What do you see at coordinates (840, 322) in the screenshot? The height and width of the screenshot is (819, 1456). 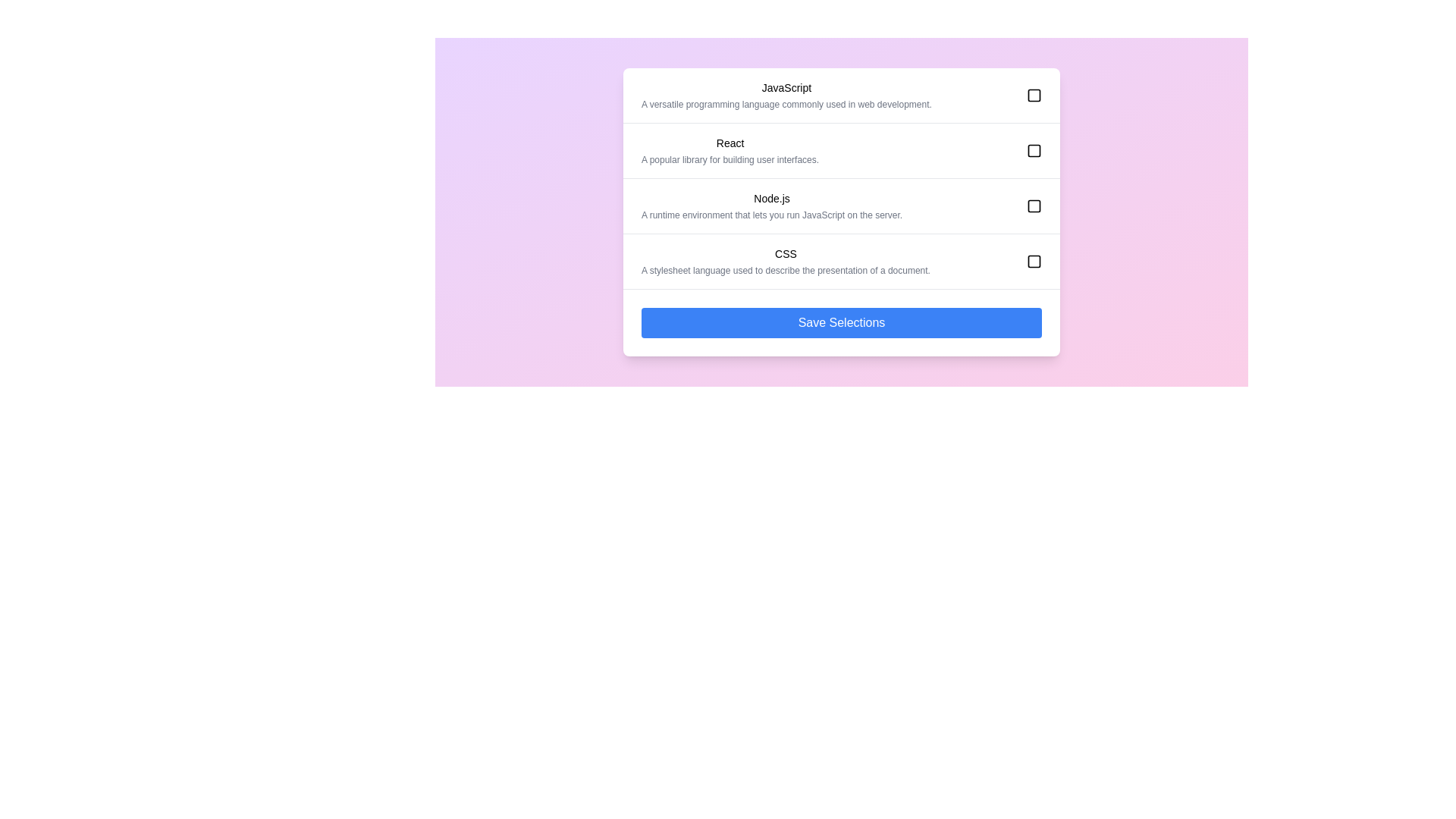 I see `the 'Save Selections' button` at bounding box center [840, 322].